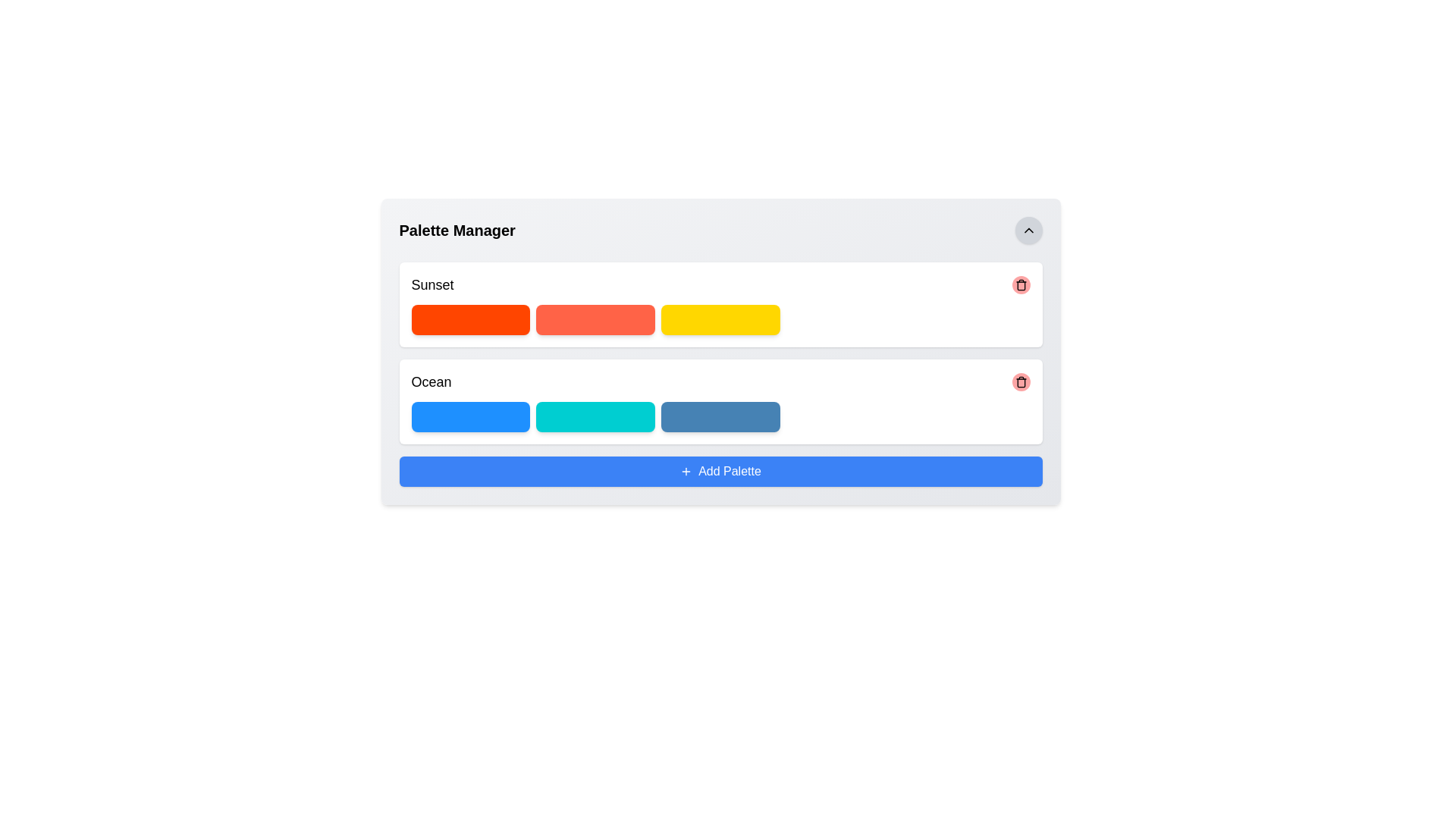 The width and height of the screenshot is (1456, 819). What do you see at coordinates (686, 470) in the screenshot?
I see `the plus icon located on the blue 'Add Palette' button, which is positioned at the bottom of the visible section of the interface` at bounding box center [686, 470].